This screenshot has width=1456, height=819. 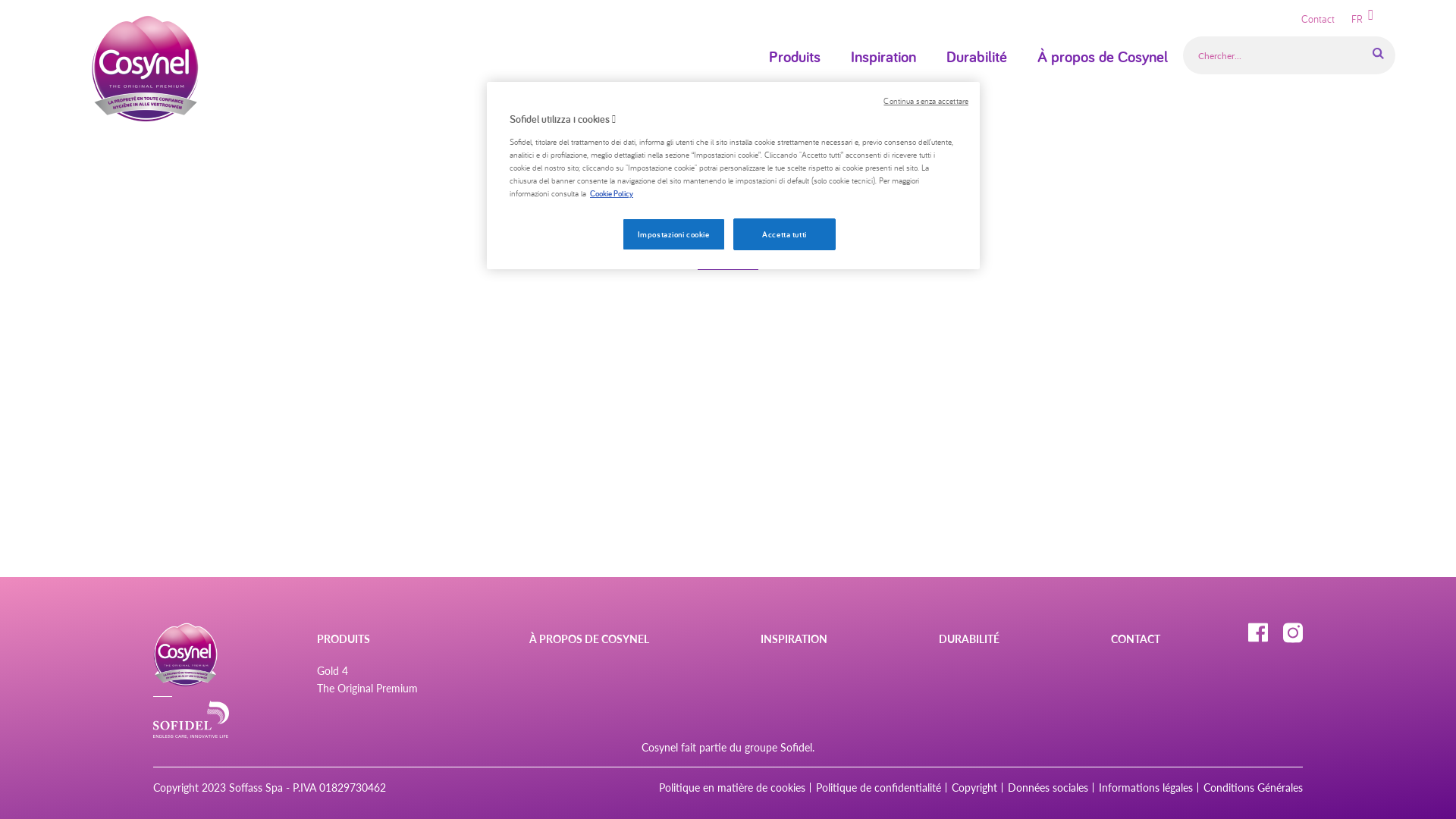 What do you see at coordinates (611, 192) in the screenshot?
I see `'Cookie Policy'` at bounding box center [611, 192].